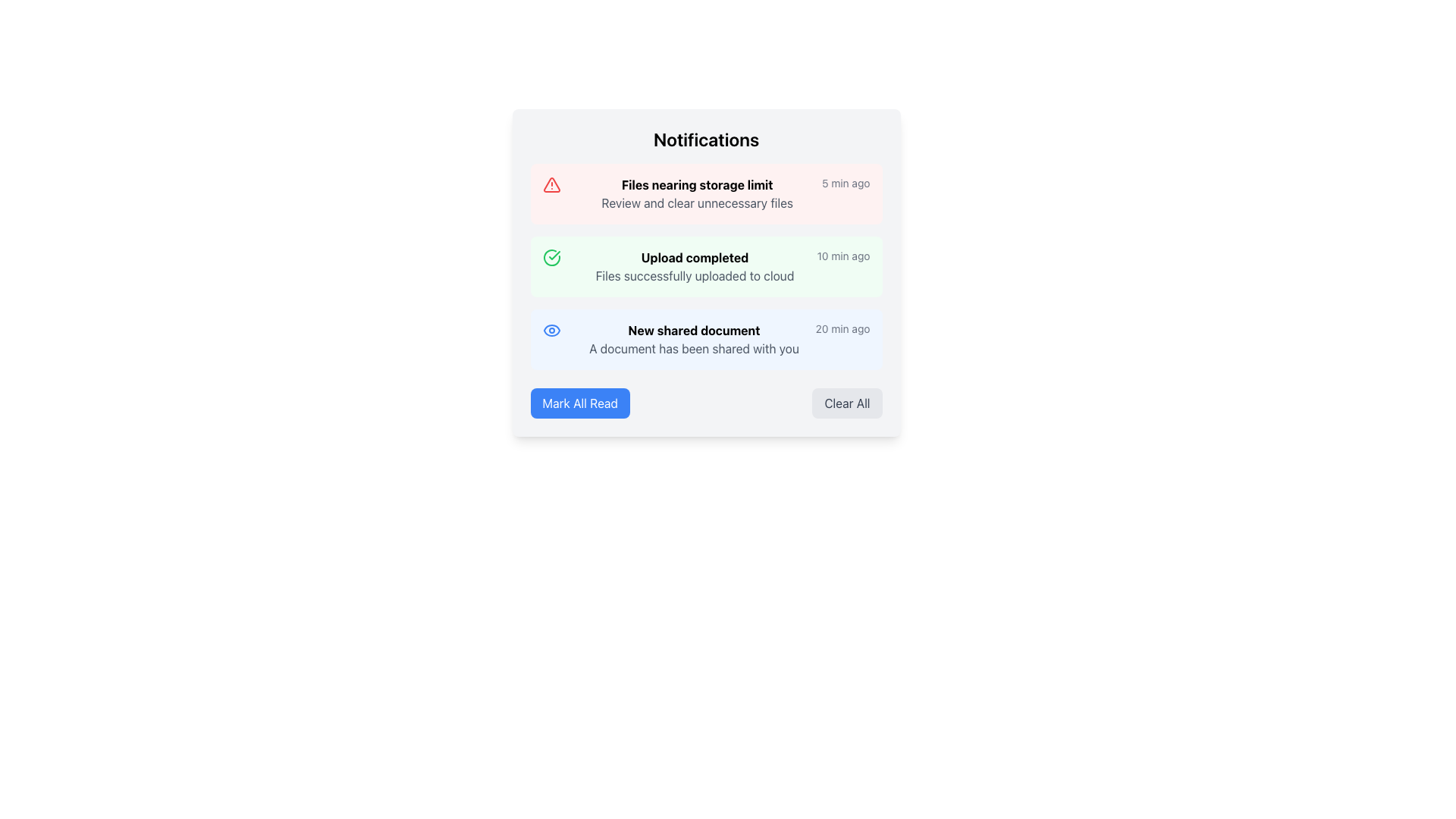 Image resolution: width=1456 pixels, height=819 pixels. What do you see at coordinates (696, 184) in the screenshot?
I see `the bolded text label 'Files nearing storage limit' located in the warning notification bar, which is styled in black font and positioned at the upper part of a two-line text block` at bounding box center [696, 184].